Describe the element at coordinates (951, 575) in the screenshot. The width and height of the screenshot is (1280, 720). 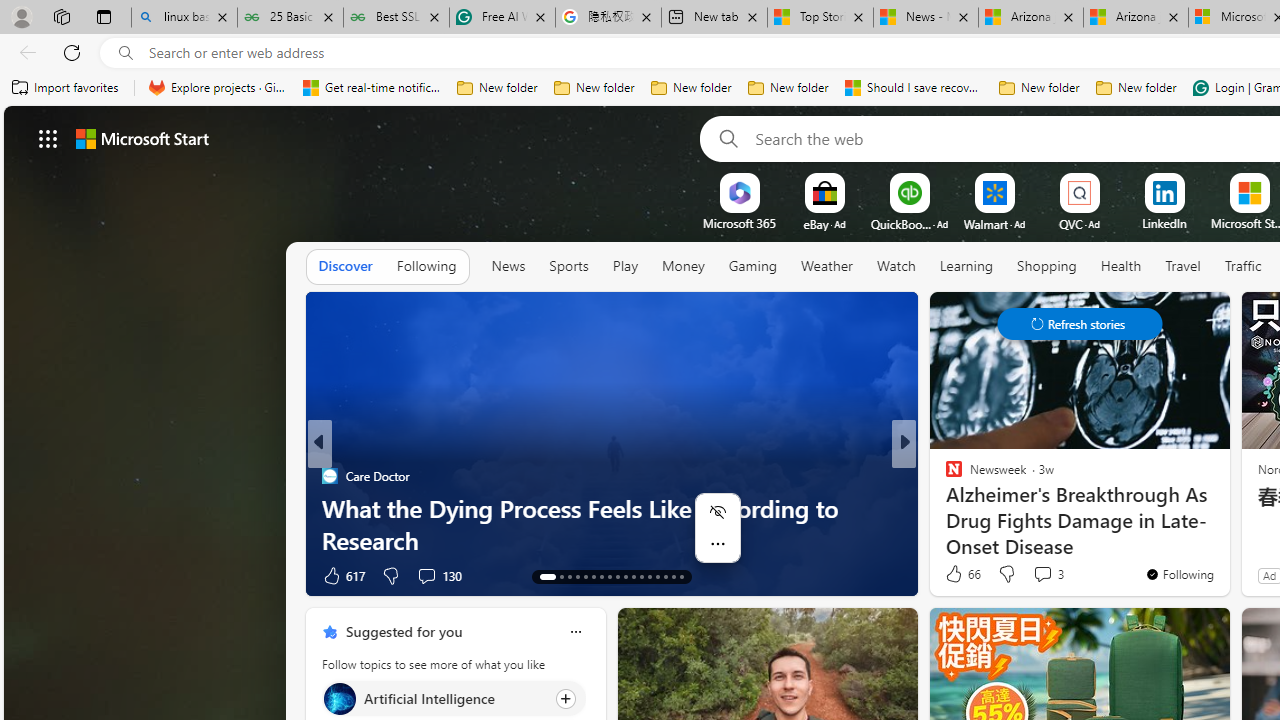
I see `'7 Like'` at that location.